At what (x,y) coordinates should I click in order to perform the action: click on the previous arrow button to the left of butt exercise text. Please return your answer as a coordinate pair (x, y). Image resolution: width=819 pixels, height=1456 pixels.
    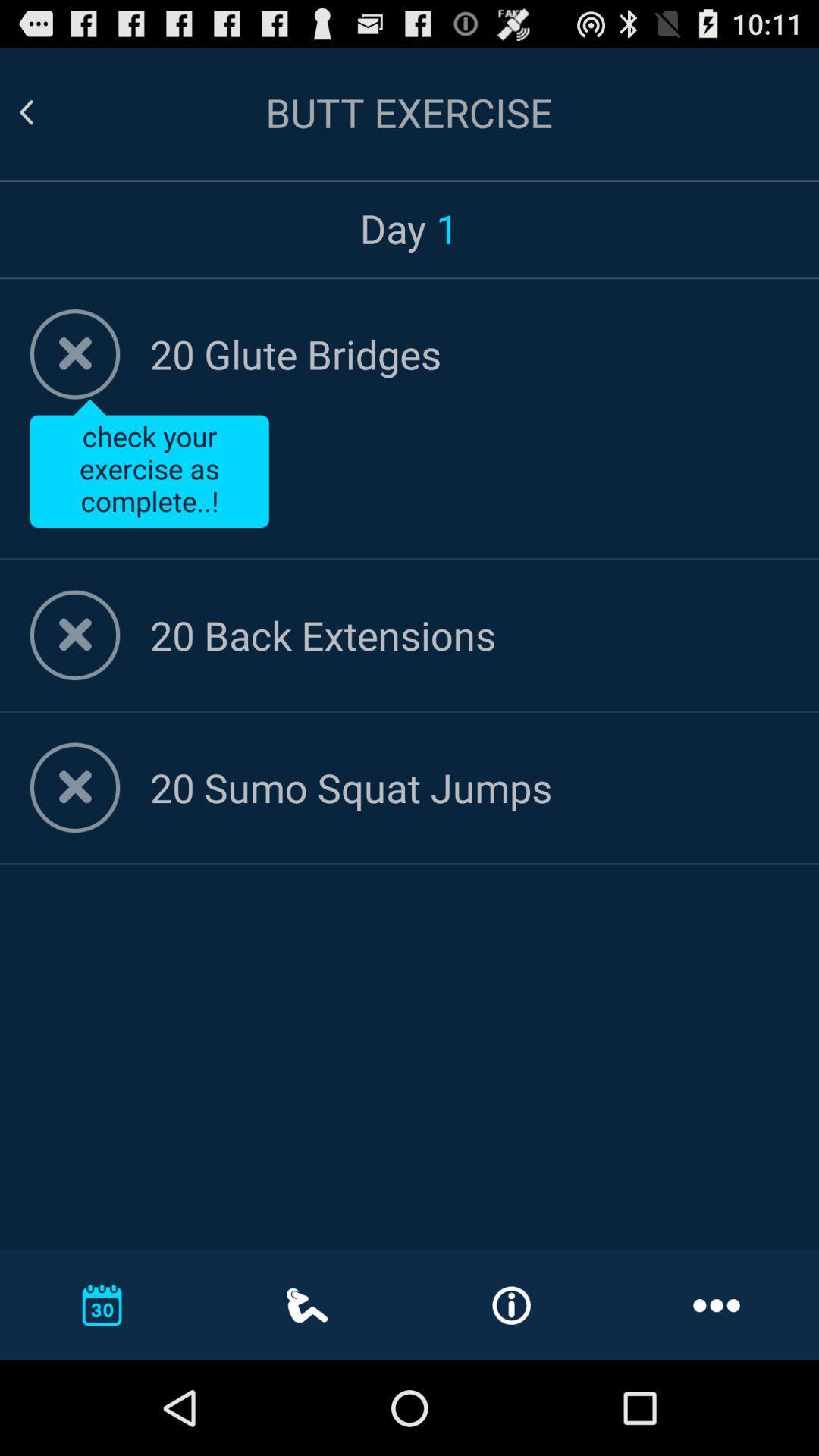
    Looking at the image, I should click on (26, 111).